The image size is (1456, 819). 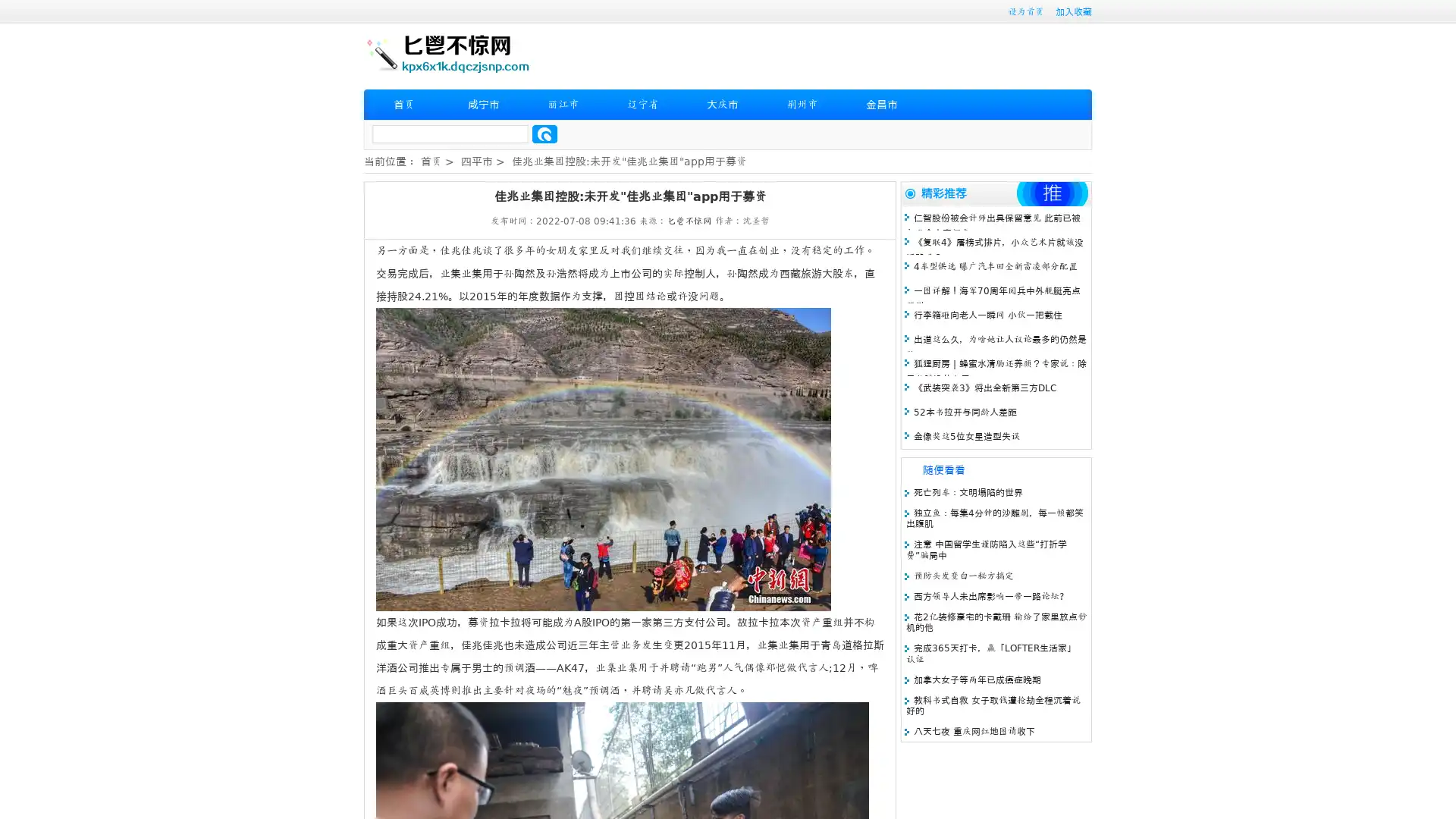 What do you see at coordinates (544, 133) in the screenshot?
I see `Search` at bounding box center [544, 133].